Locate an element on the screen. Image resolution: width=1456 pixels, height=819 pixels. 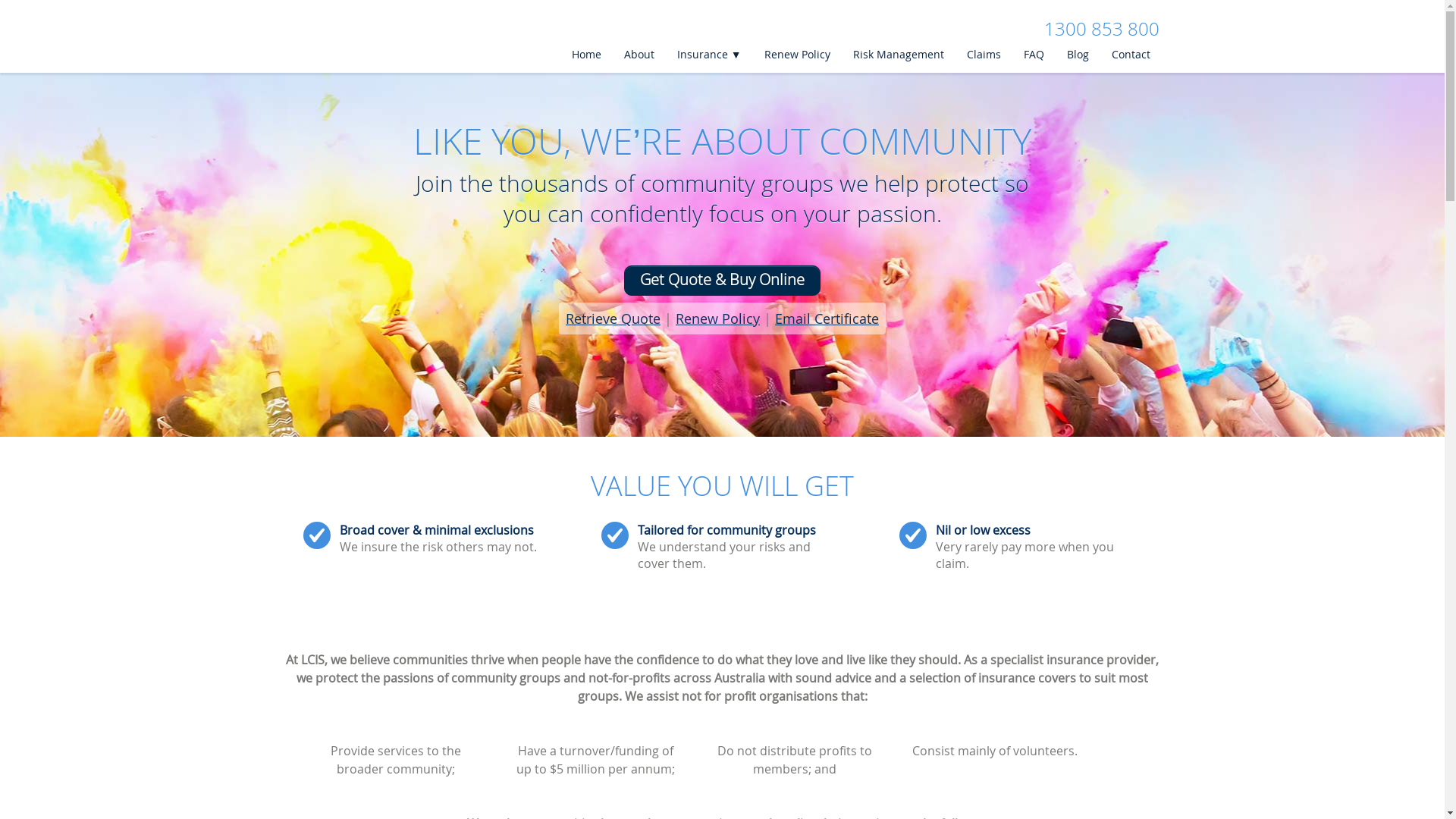
'About' is located at coordinates (638, 54).